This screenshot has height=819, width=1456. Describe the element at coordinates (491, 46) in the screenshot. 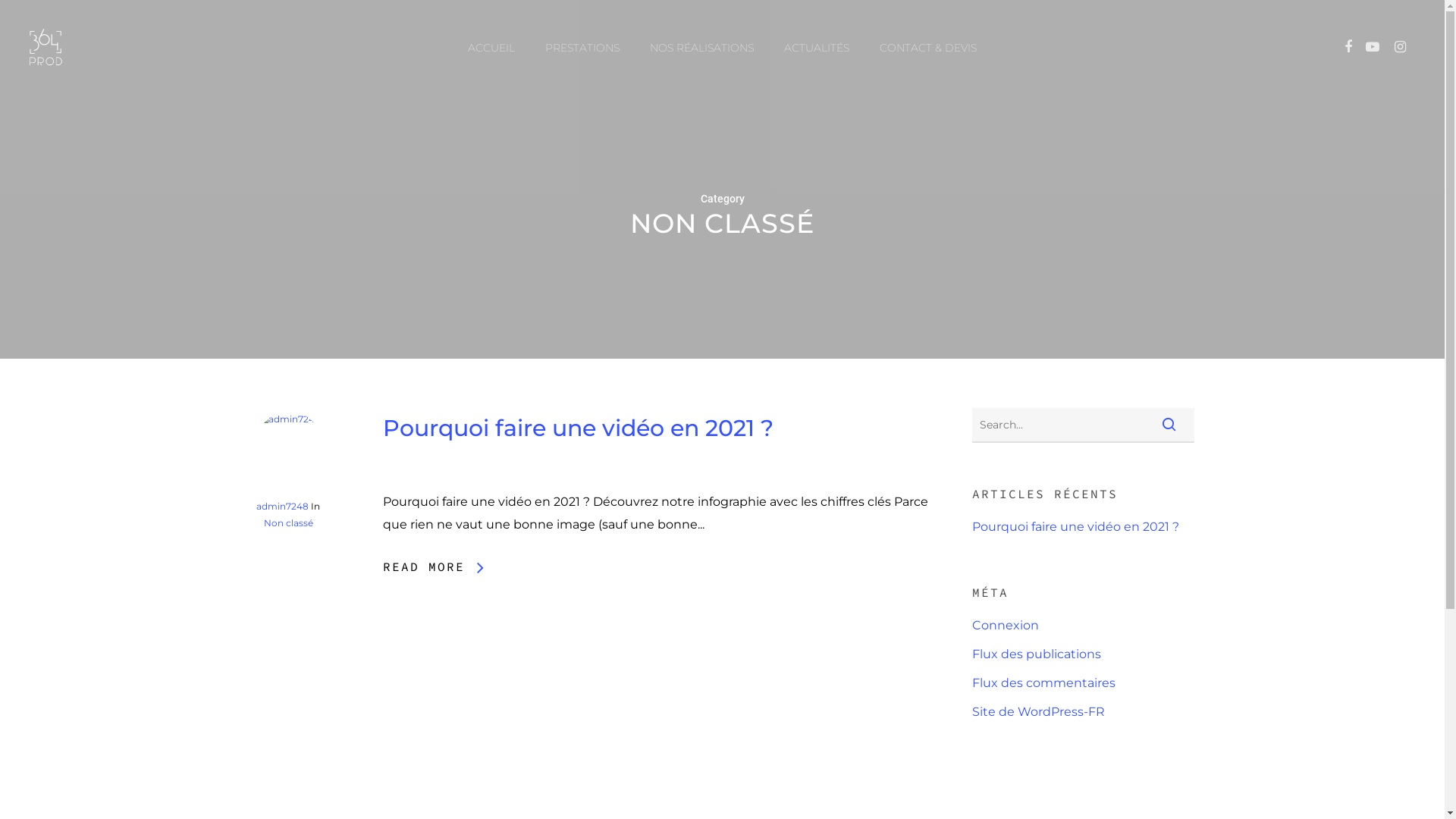

I see `'ACCUEIL'` at that location.